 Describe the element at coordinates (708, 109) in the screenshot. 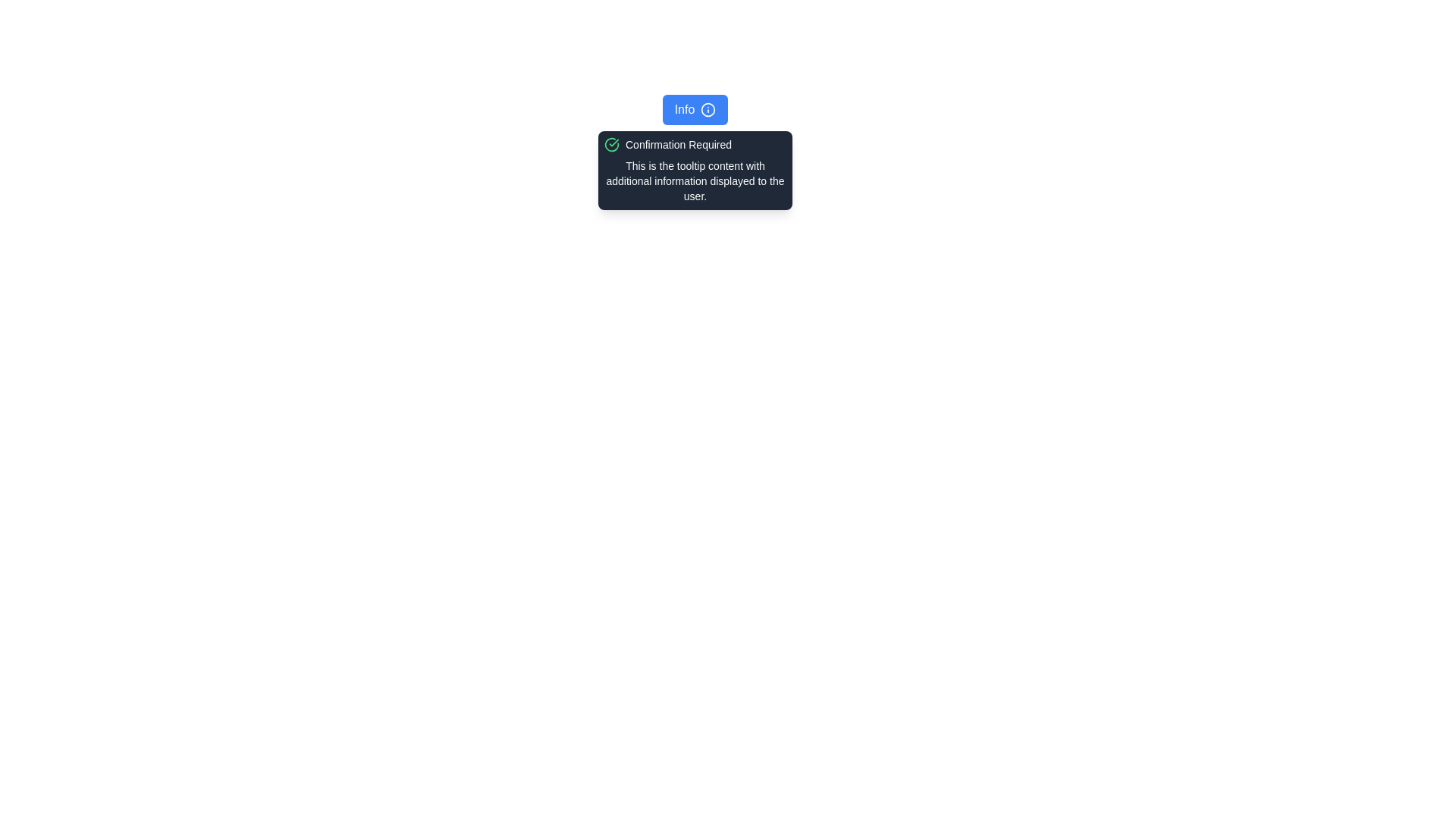

I see `the first SVG circle element located to the right of the 'Info' text in the UI, which serves as a graphical background or boundary` at that location.